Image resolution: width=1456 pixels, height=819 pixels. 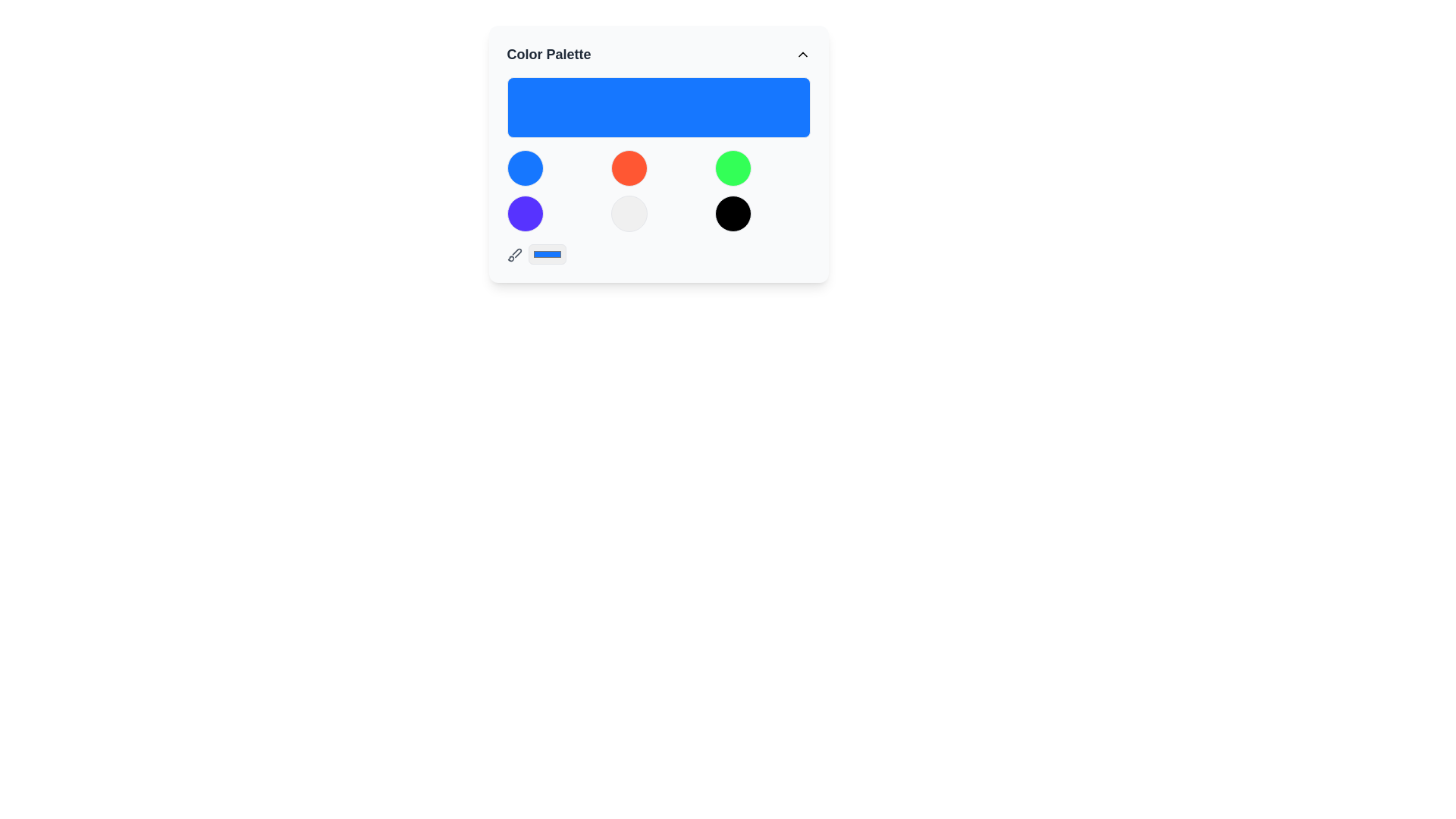 I want to click on the circular button in the bottom row, middle column of the color selection interface, so click(x=629, y=213).